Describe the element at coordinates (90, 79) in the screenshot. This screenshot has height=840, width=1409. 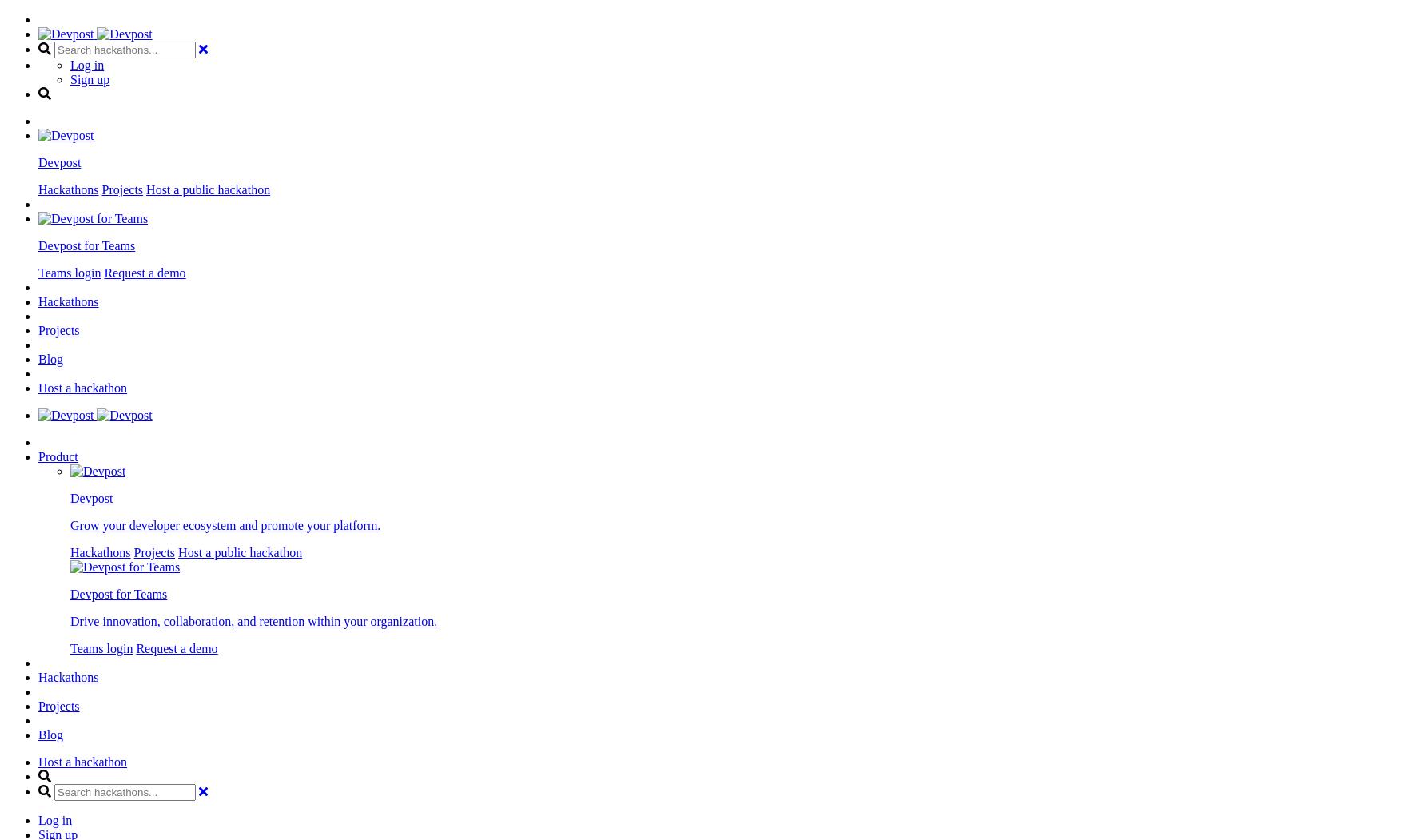
I see `'Sign up'` at that location.